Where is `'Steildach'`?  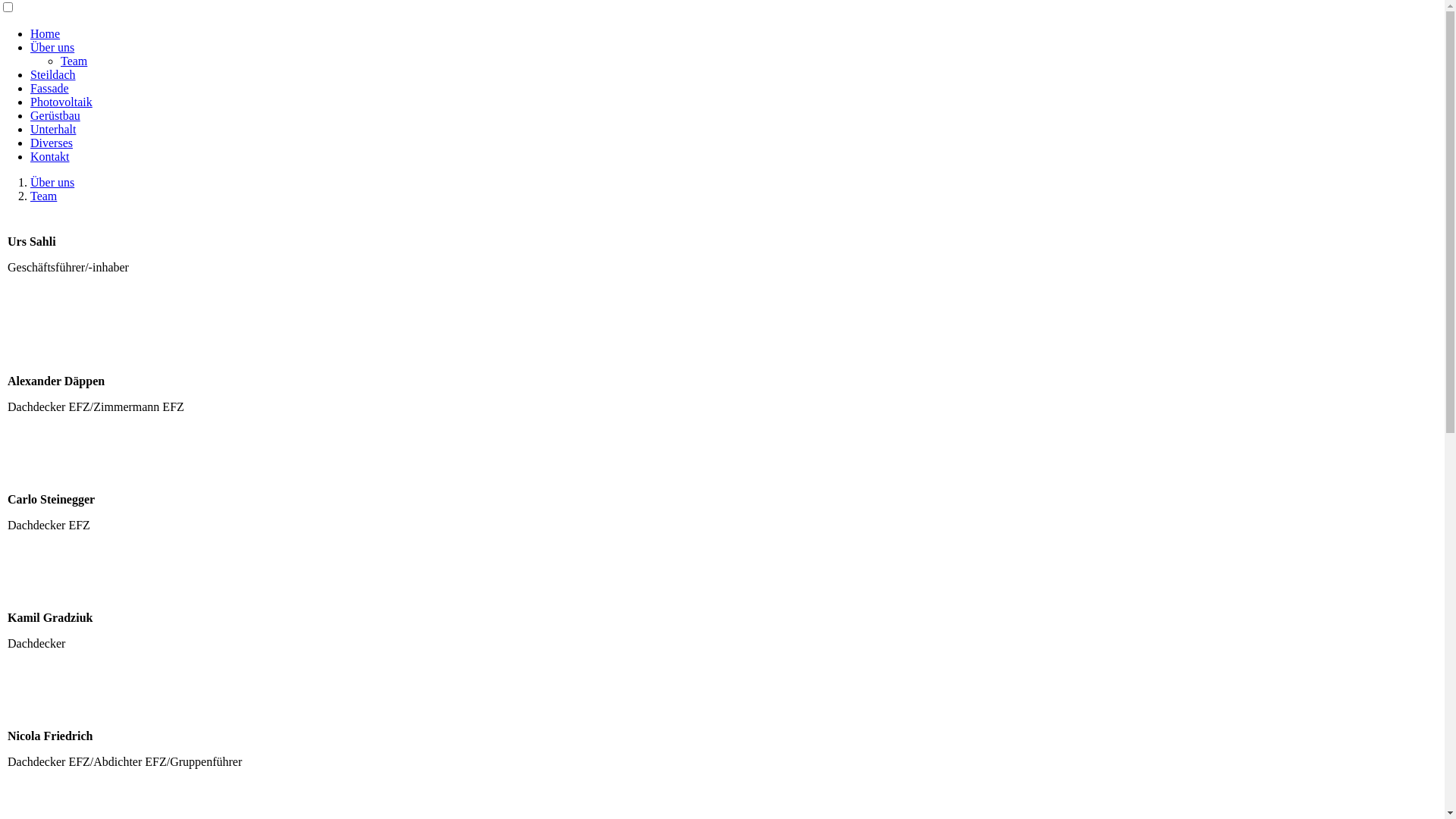
'Steildach' is located at coordinates (53, 74).